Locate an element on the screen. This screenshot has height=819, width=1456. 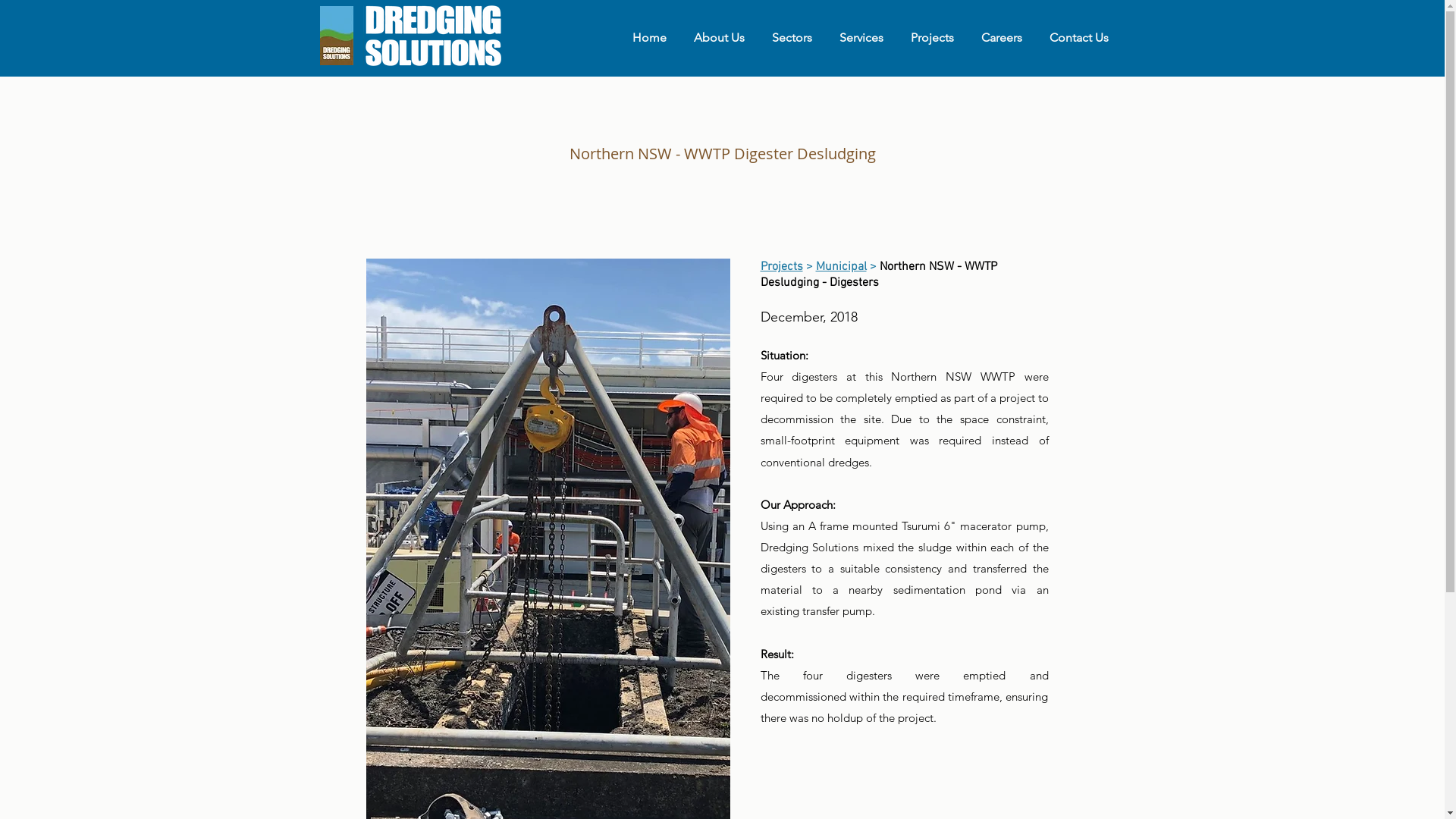
'Projects' is located at coordinates (937, 37).